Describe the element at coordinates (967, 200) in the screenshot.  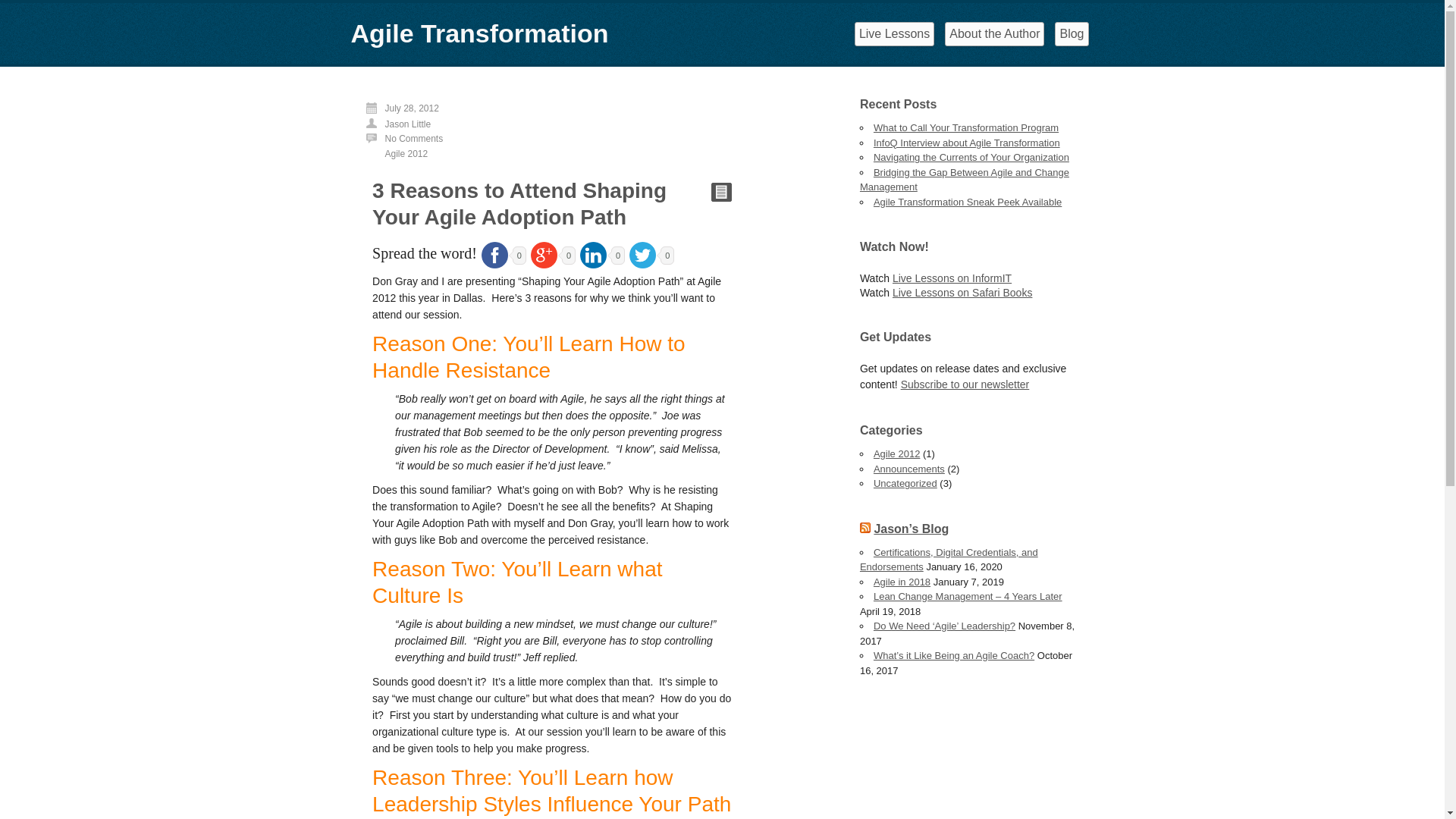
I see `'Agile Transformation Sneak Peek Available'` at that location.